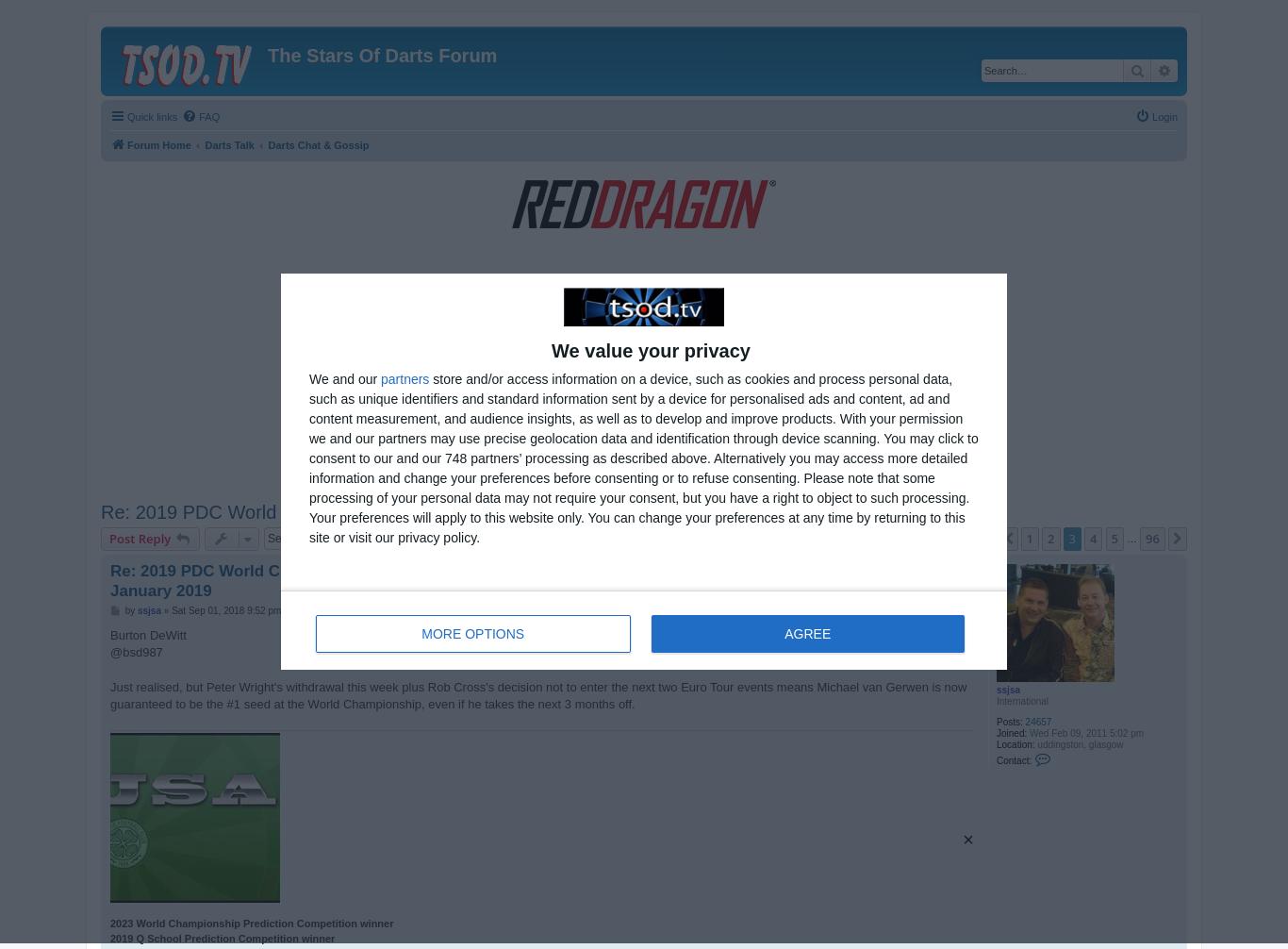  I want to click on 'Quick links', so click(125, 117).